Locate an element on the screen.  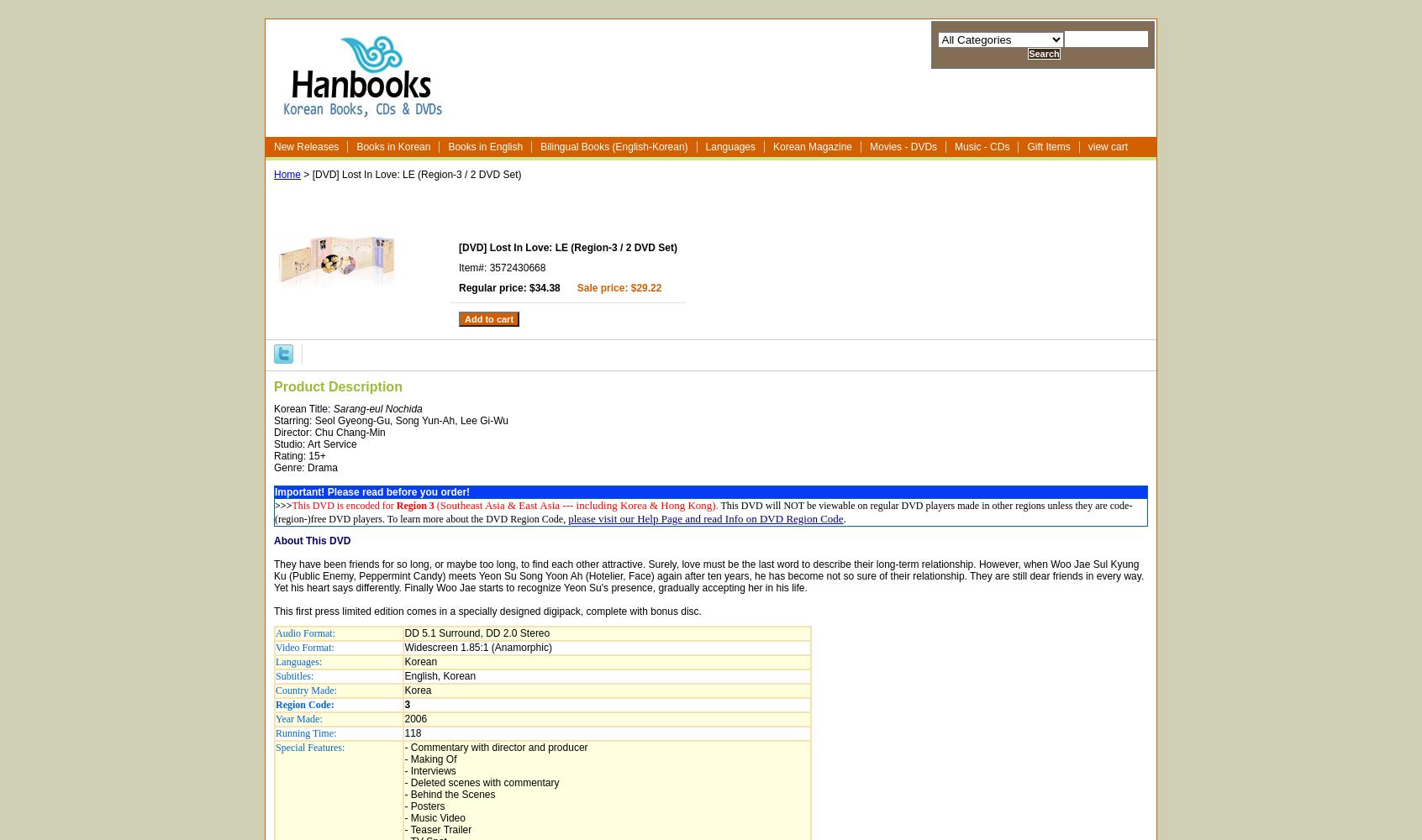
'Movies - DVDs' is located at coordinates (903, 147).